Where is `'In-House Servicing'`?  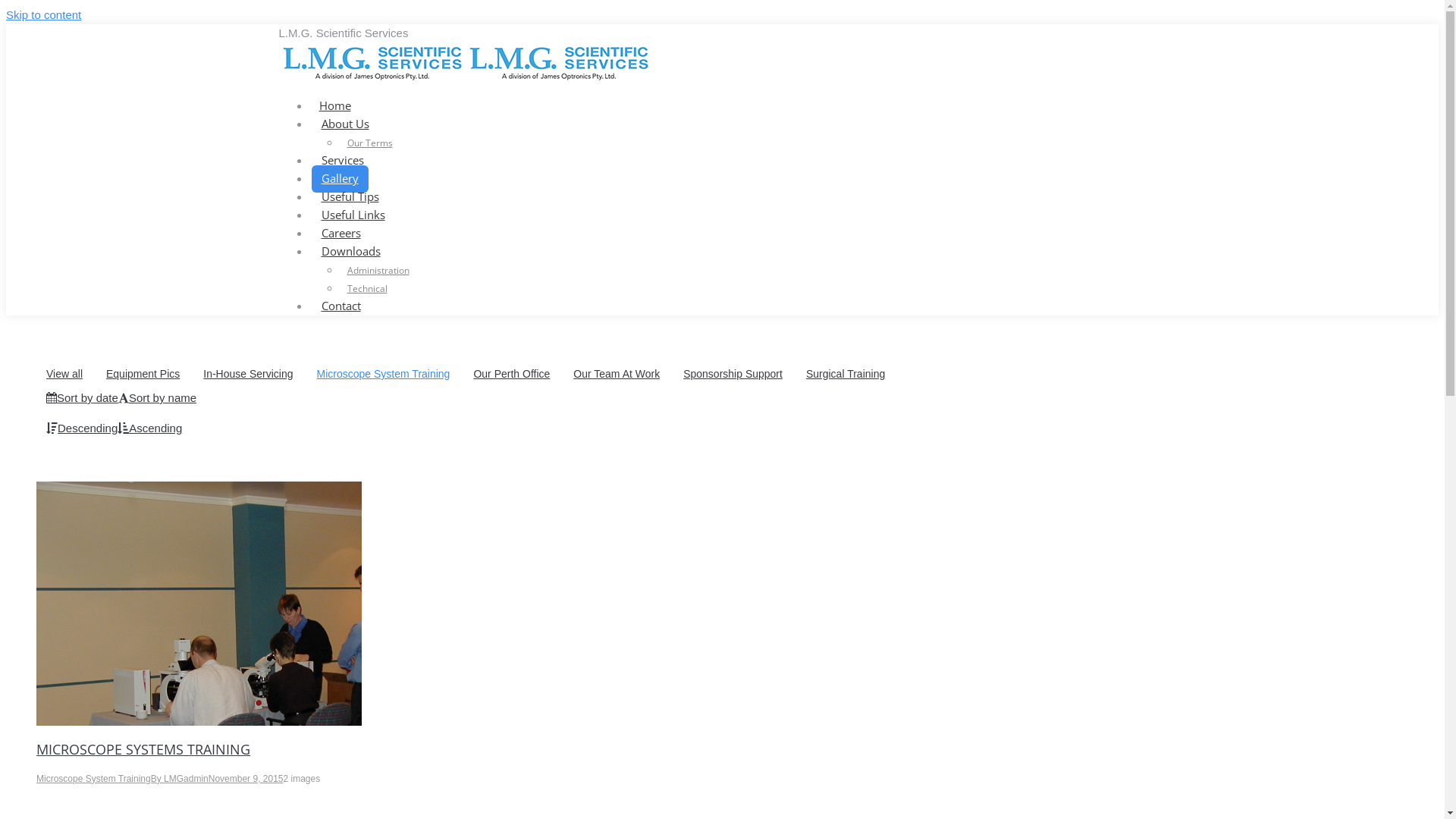 'In-House Servicing' is located at coordinates (247, 374).